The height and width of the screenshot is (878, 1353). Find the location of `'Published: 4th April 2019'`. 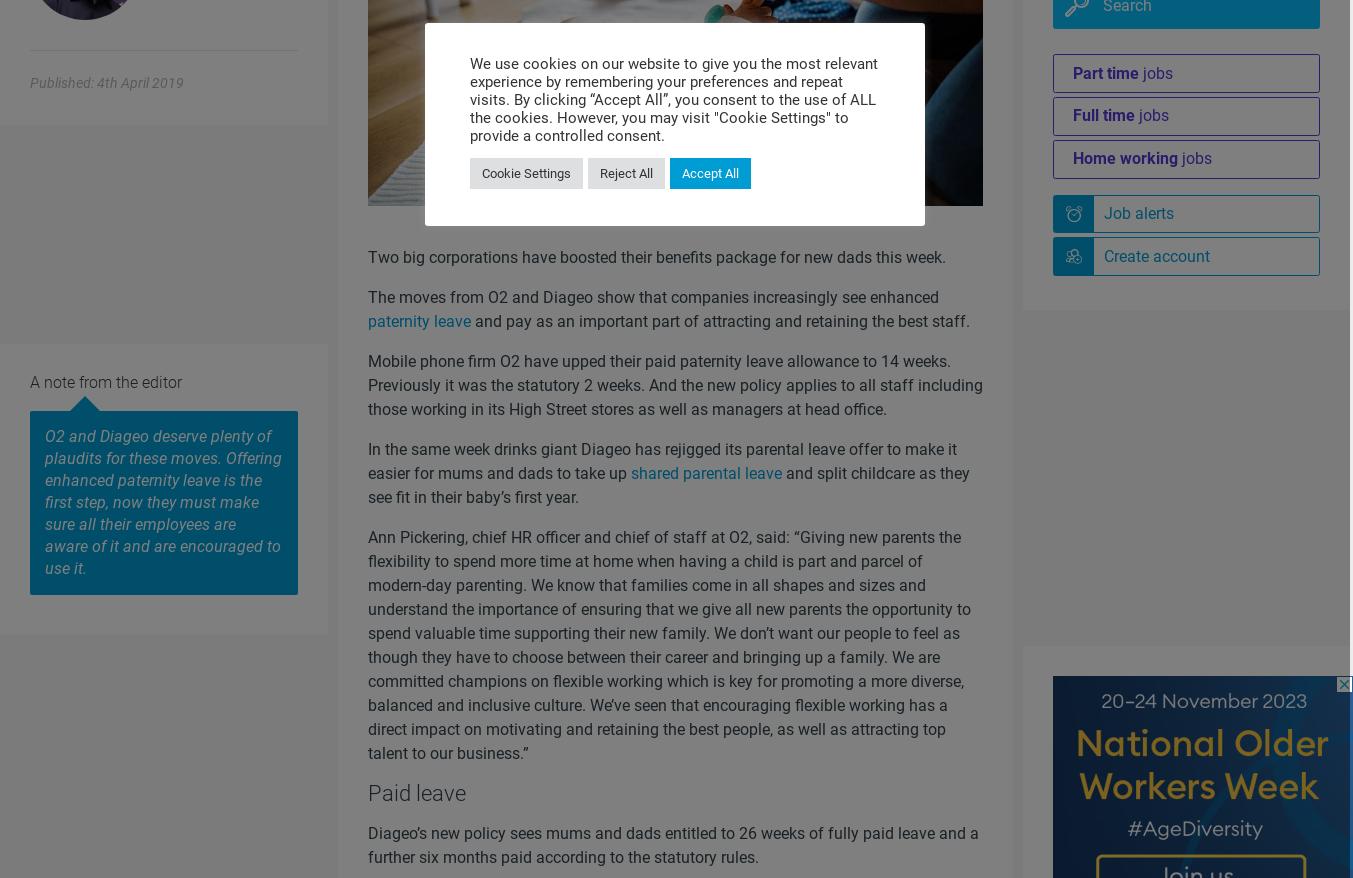

'Published: 4th April 2019' is located at coordinates (107, 82).